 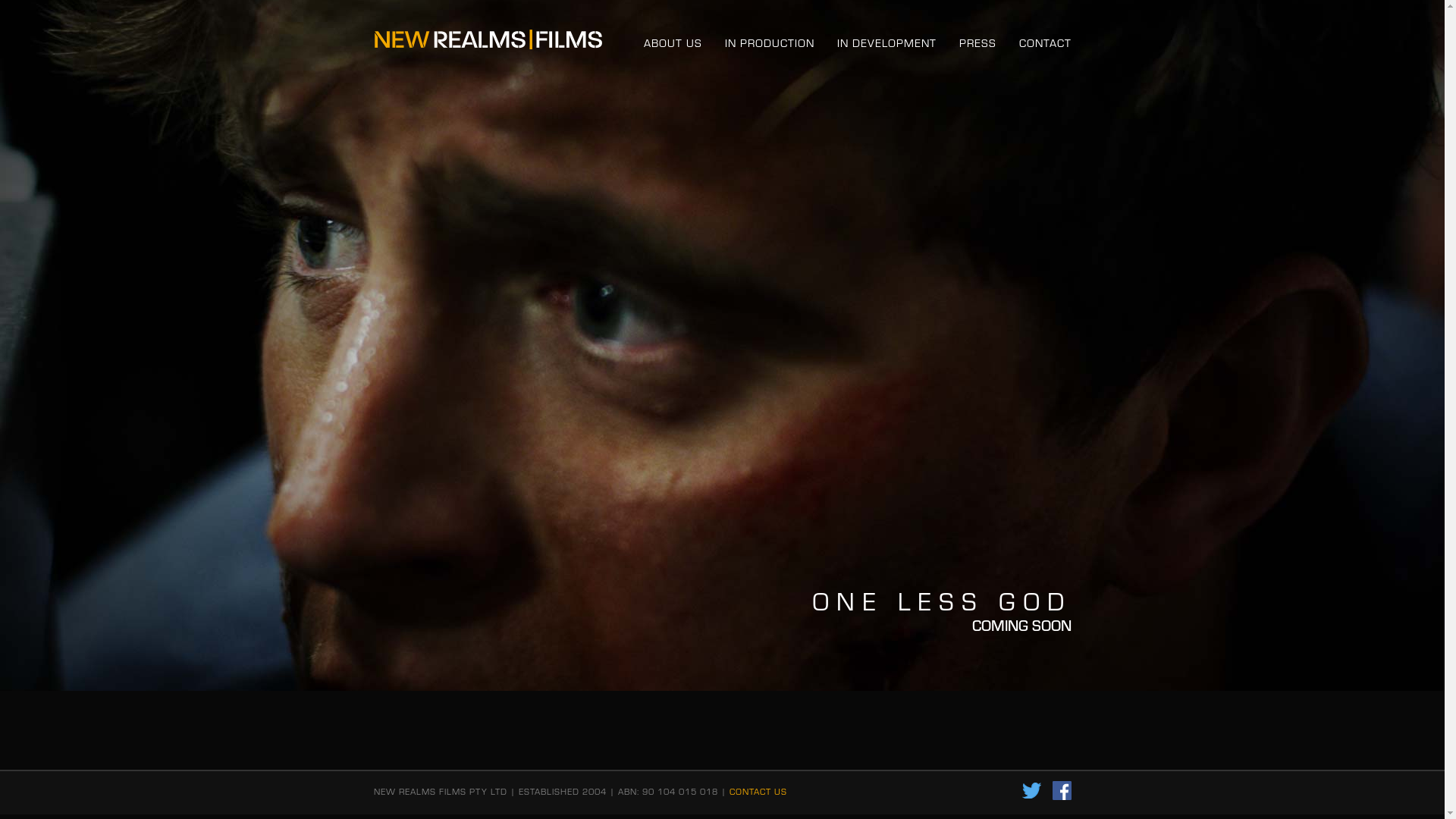 I want to click on 'CONTACT US', so click(x=758, y=790).